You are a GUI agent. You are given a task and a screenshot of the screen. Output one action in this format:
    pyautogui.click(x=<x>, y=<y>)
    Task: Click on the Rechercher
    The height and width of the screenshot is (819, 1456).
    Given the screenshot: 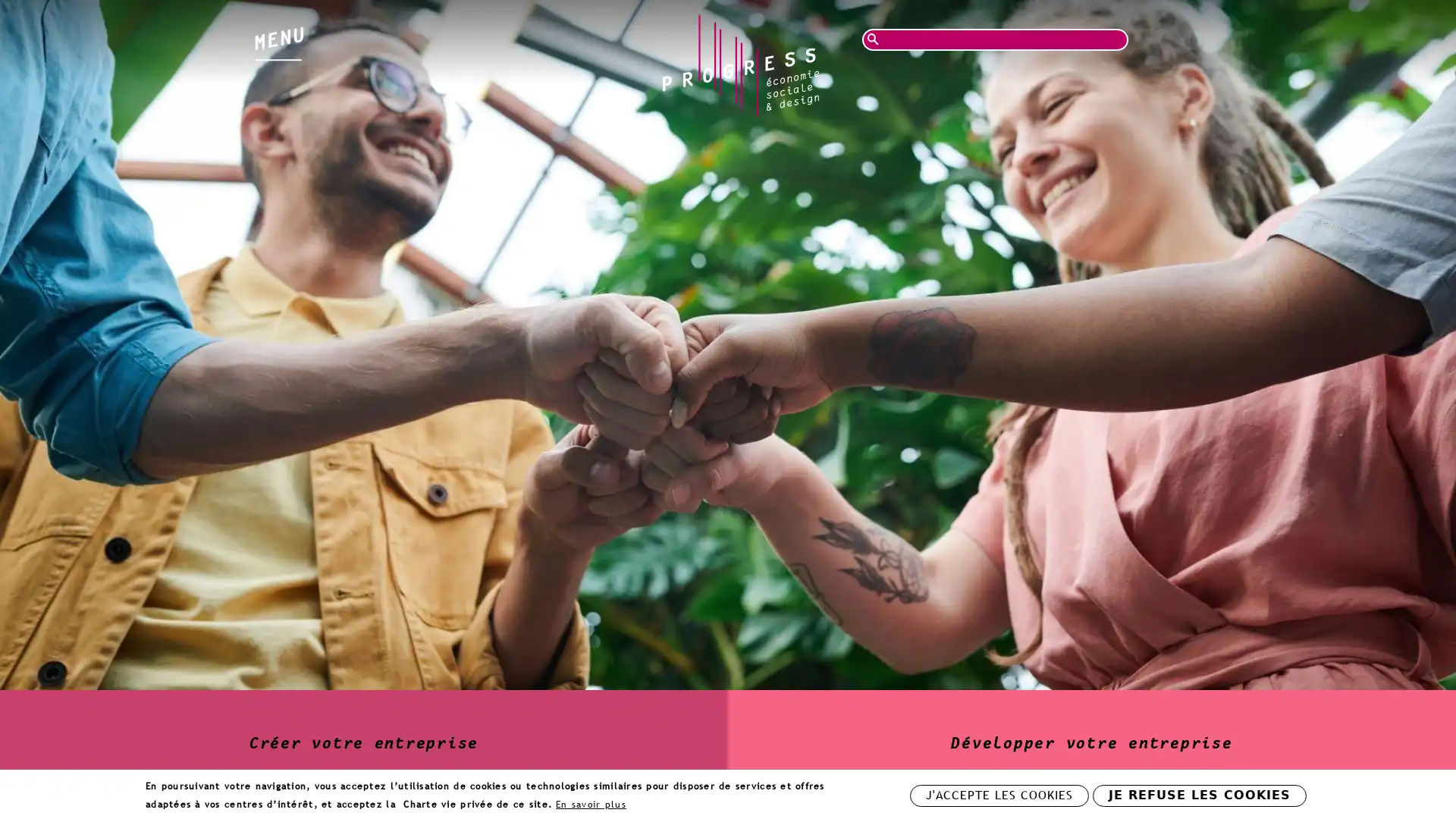 What is the action you would take?
    pyautogui.click(x=1119, y=40)
    